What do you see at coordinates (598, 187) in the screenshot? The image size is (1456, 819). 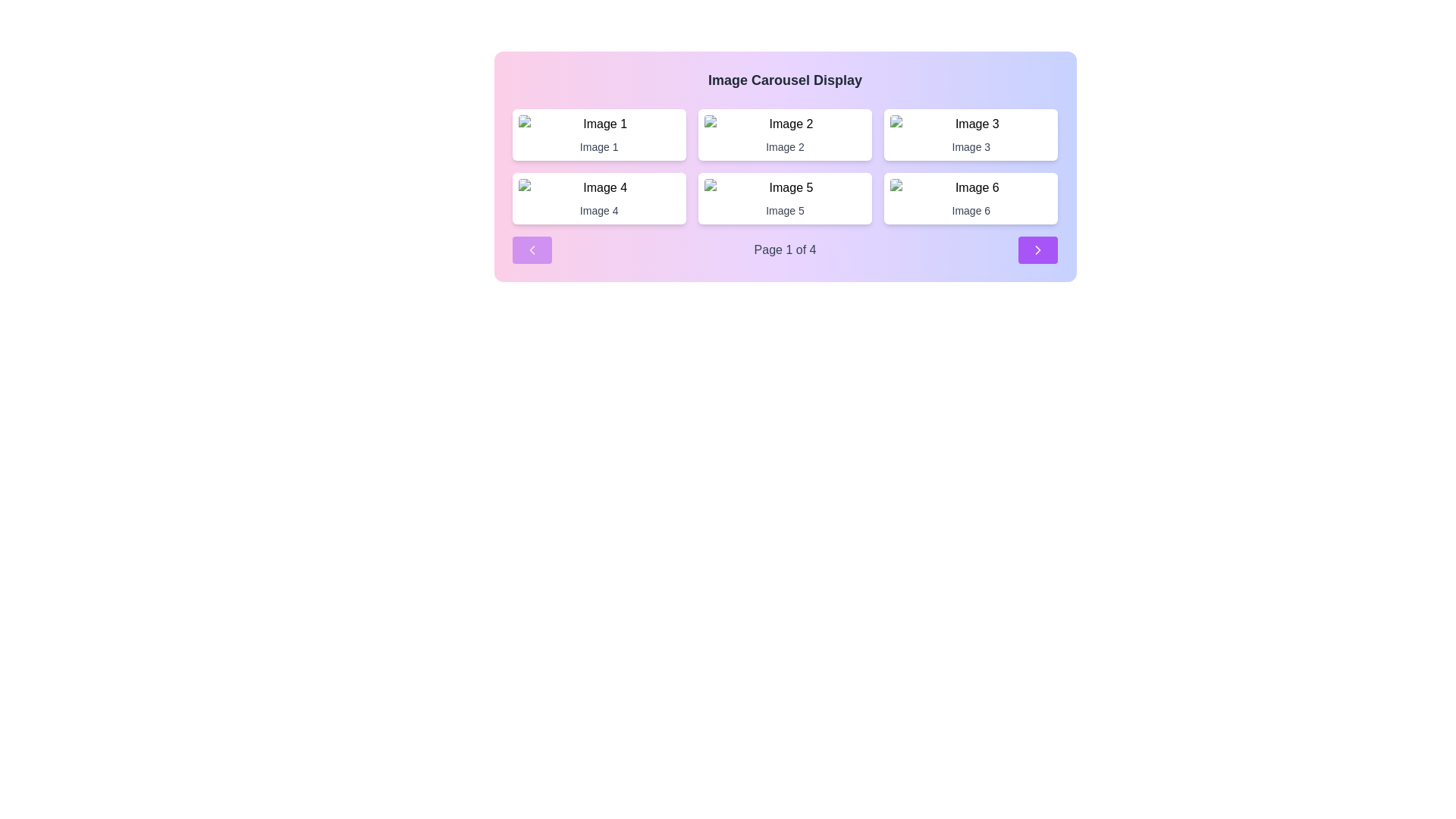 I see `the image placeholder labeled 'Img 4' in the second row, first column of the grid layout` at bounding box center [598, 187].